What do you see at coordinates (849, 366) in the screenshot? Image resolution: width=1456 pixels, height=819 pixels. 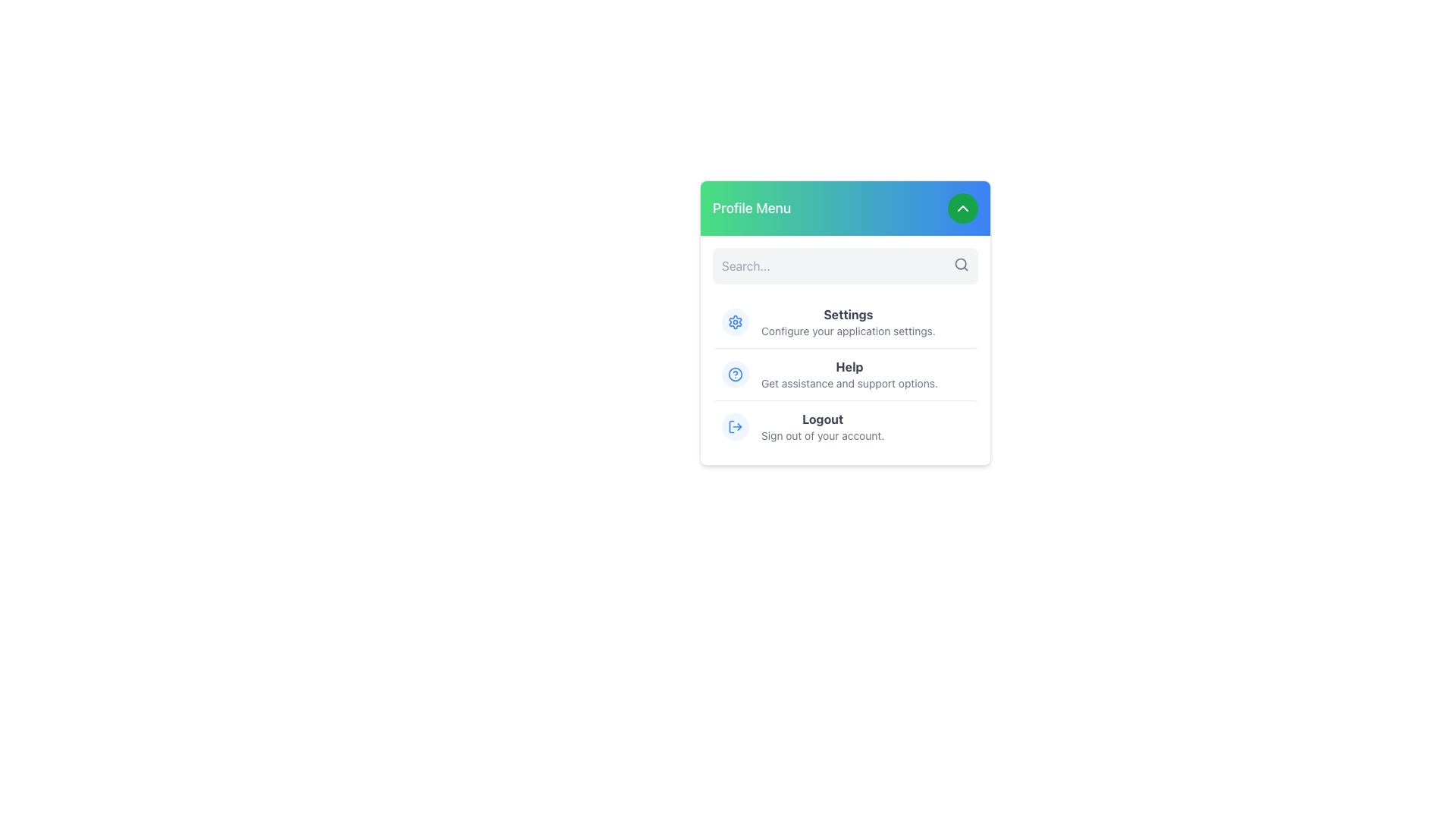 I see `the Help section text label, which is the second item below the Profile Menu heading, serving as a visual anchor for assistance options` at bounding box center [849, 366].